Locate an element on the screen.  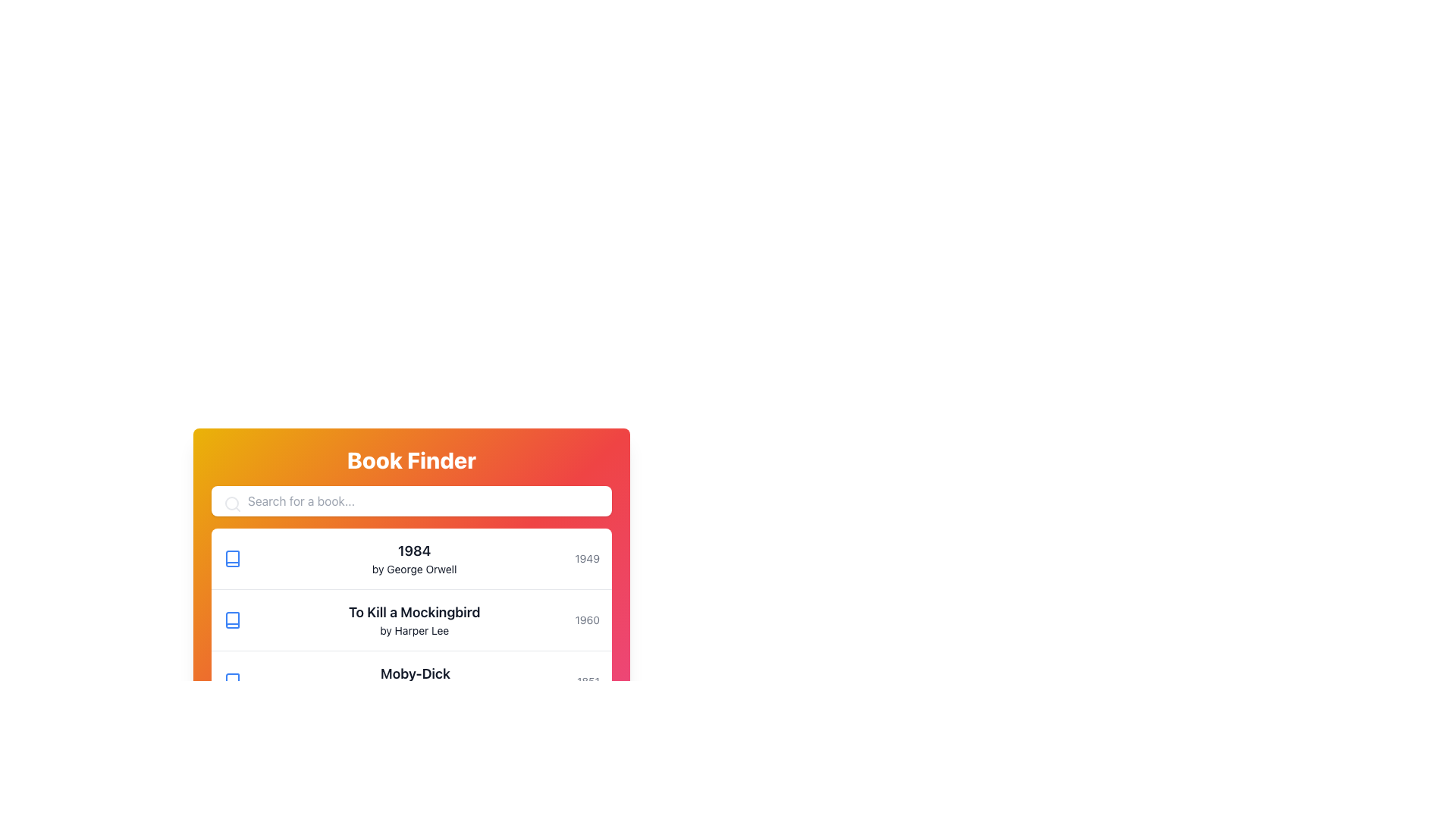
the static text label displaying 'by George Orwell', which is located immediately below the title '1984' in the vertical list of book entries is located at coordinates (414, 570).